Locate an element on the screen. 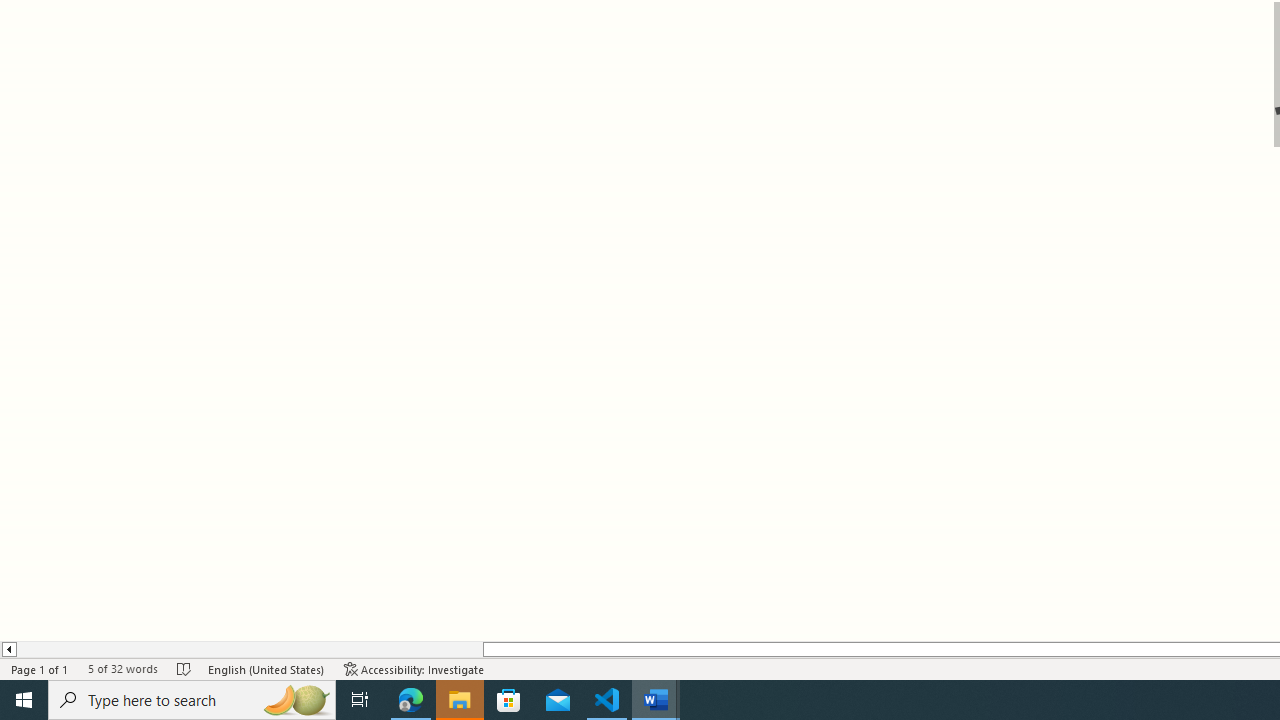 This screenshot has width=1280, height=720. 'Word Count 5 of 32 words' is located at coordinates (121, 669).